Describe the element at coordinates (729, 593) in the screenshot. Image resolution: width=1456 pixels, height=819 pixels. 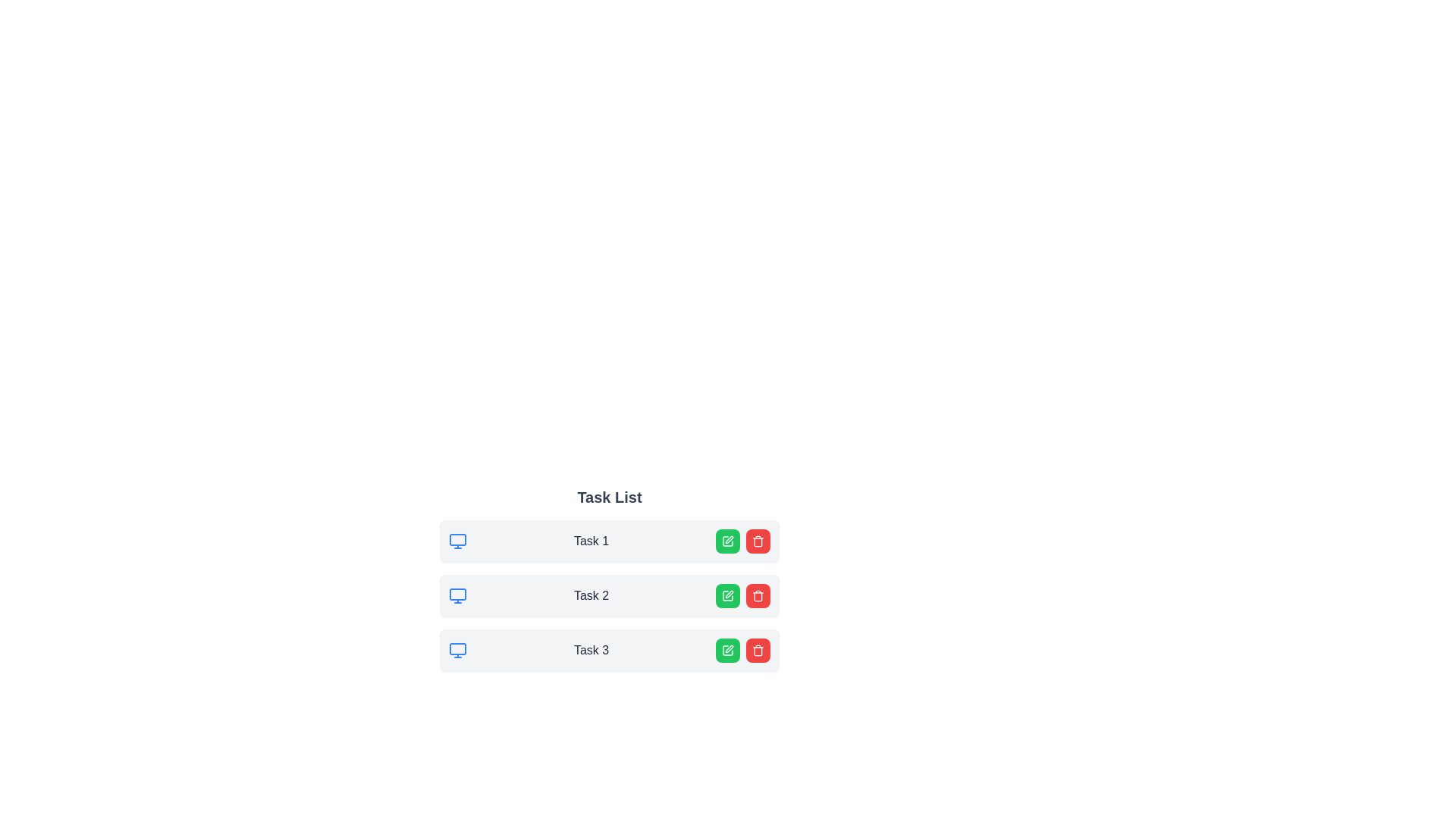
I see `the edit icon button located inside the larger square outline at the upper right of the second task in the list to initiate the edit action` at that location.